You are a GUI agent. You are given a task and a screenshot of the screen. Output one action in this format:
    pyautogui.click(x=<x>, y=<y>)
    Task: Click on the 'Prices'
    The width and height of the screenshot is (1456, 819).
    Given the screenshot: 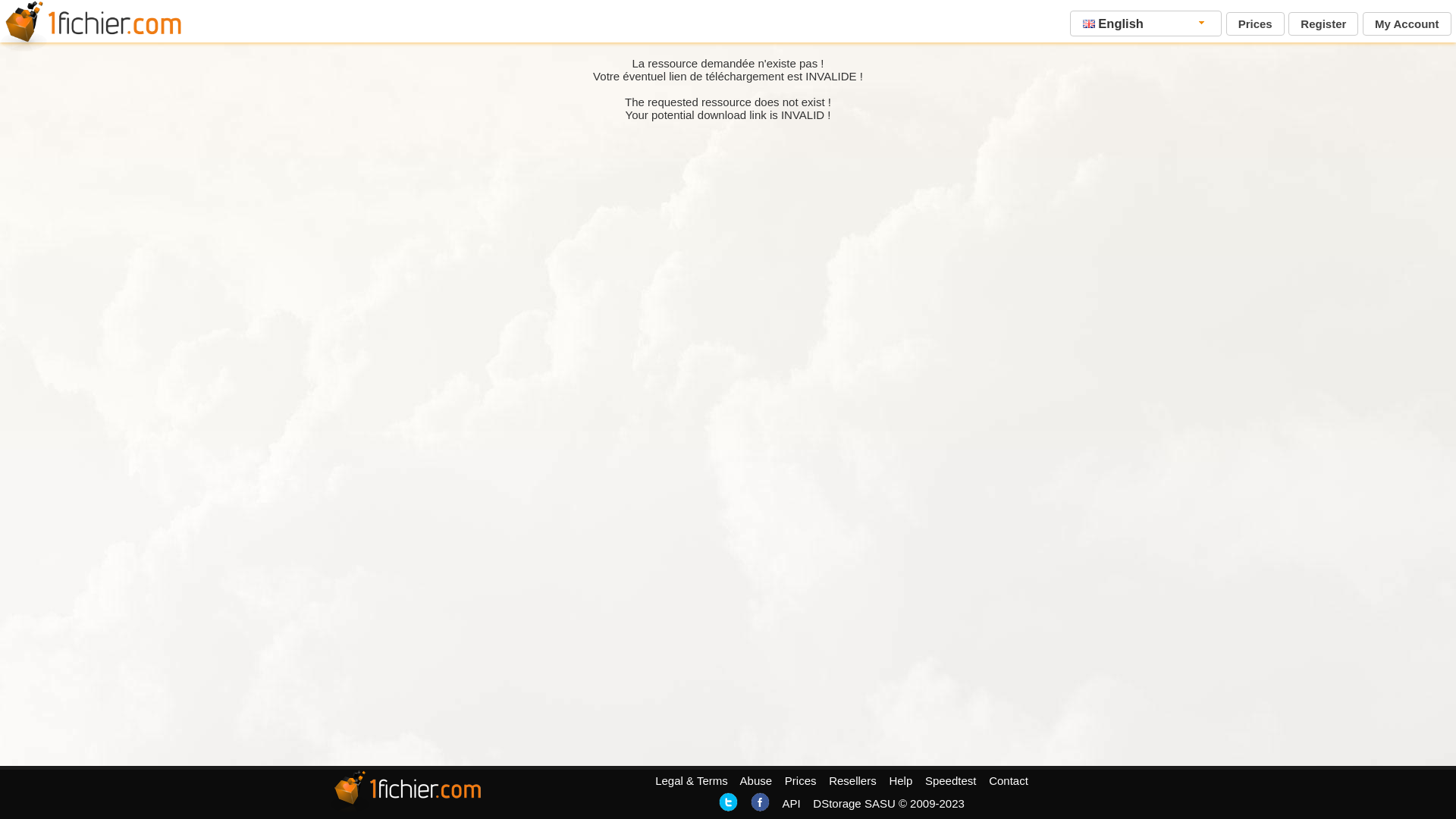 What is the action you would take?
    pyautogui.click(x=1226, y=24)
    